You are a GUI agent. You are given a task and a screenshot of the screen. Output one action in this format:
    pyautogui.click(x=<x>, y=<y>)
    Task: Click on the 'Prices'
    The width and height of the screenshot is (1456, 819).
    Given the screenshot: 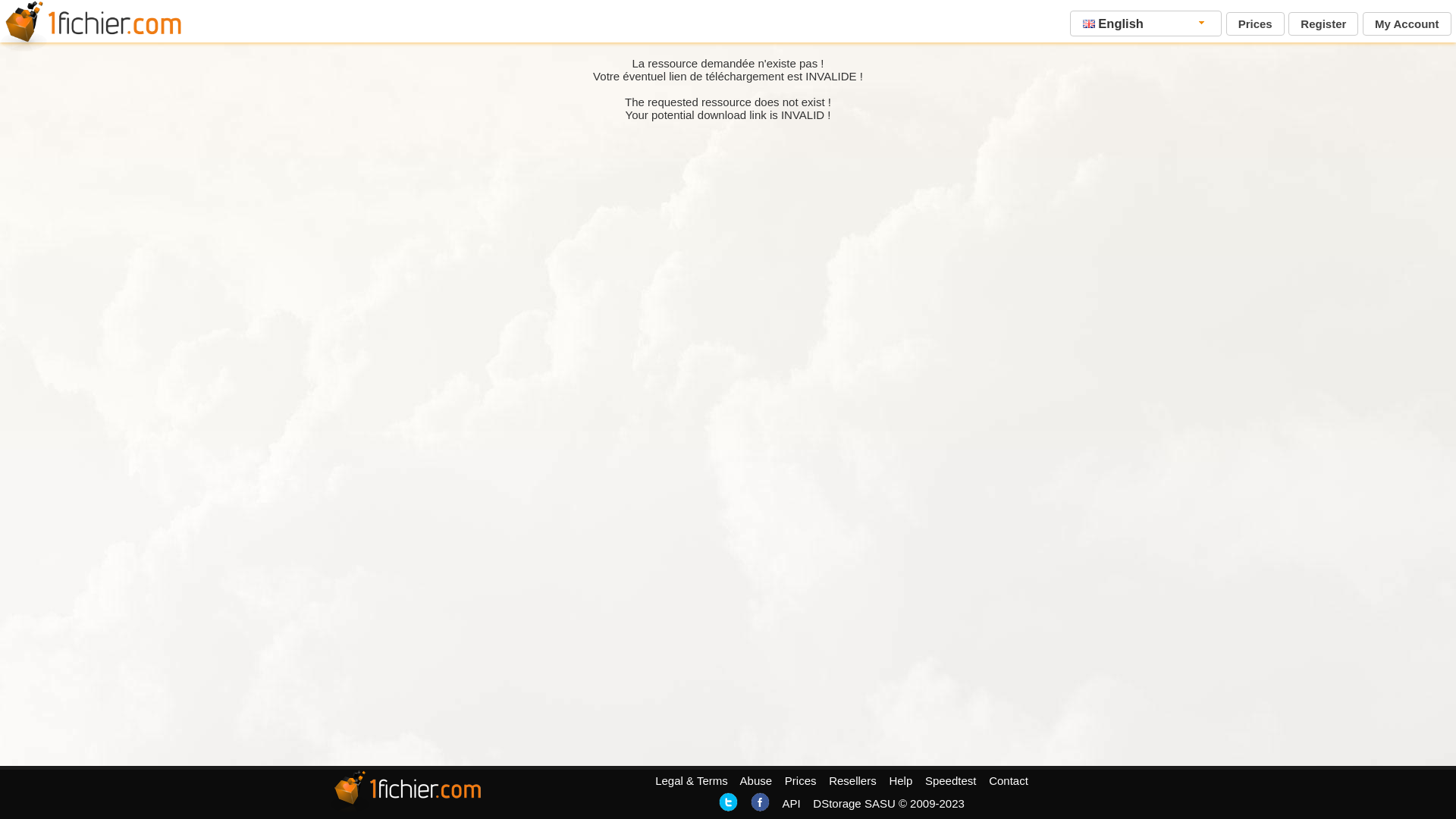 What is the action you would take?
    pyautogui.click(x=1226, y=24)
    